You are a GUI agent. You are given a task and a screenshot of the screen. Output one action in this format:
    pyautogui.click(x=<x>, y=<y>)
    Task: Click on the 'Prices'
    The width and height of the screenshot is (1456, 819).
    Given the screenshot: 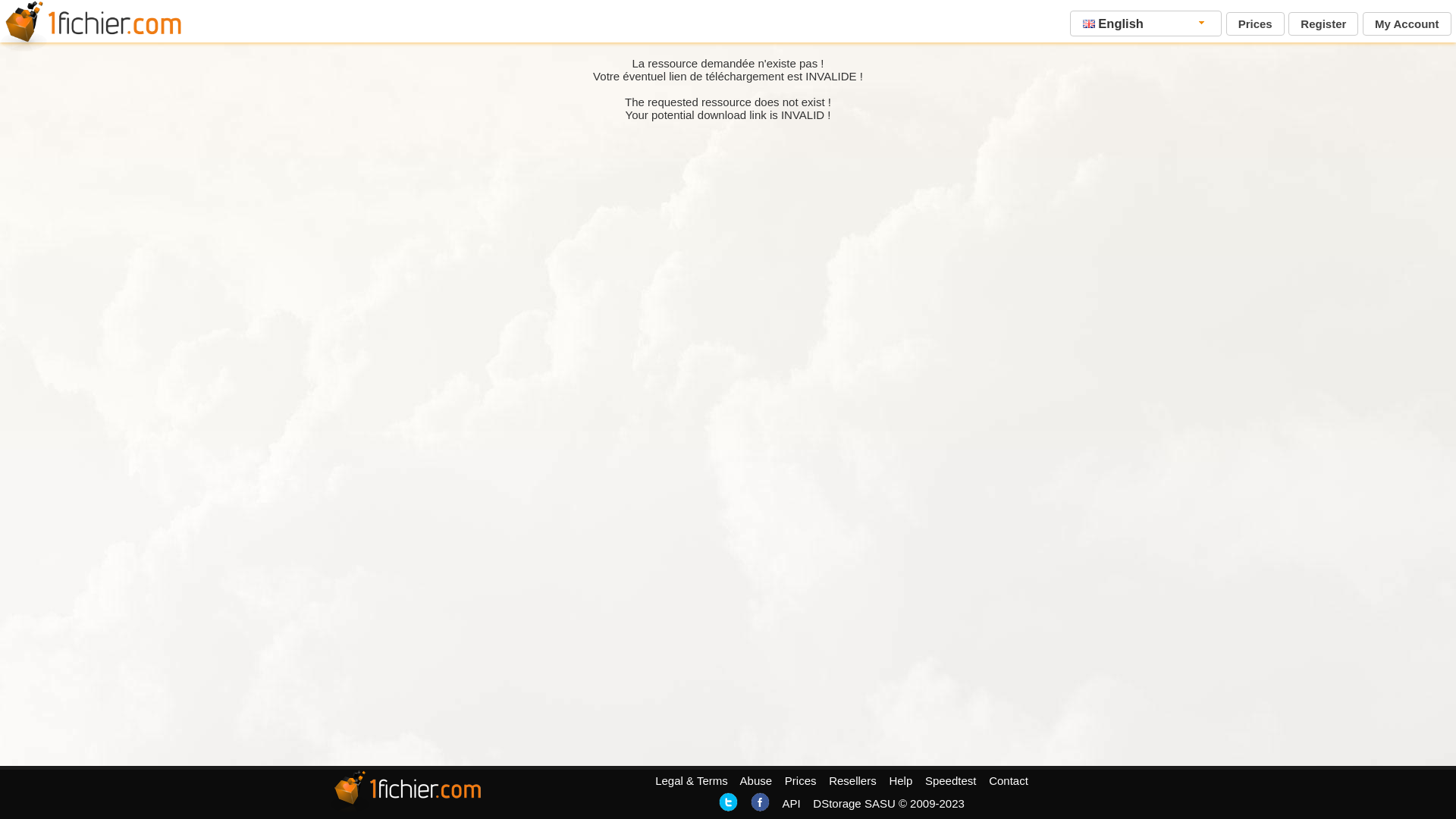 What is the action you would take?
    pyautogui.click(x=1226, y=24)
    